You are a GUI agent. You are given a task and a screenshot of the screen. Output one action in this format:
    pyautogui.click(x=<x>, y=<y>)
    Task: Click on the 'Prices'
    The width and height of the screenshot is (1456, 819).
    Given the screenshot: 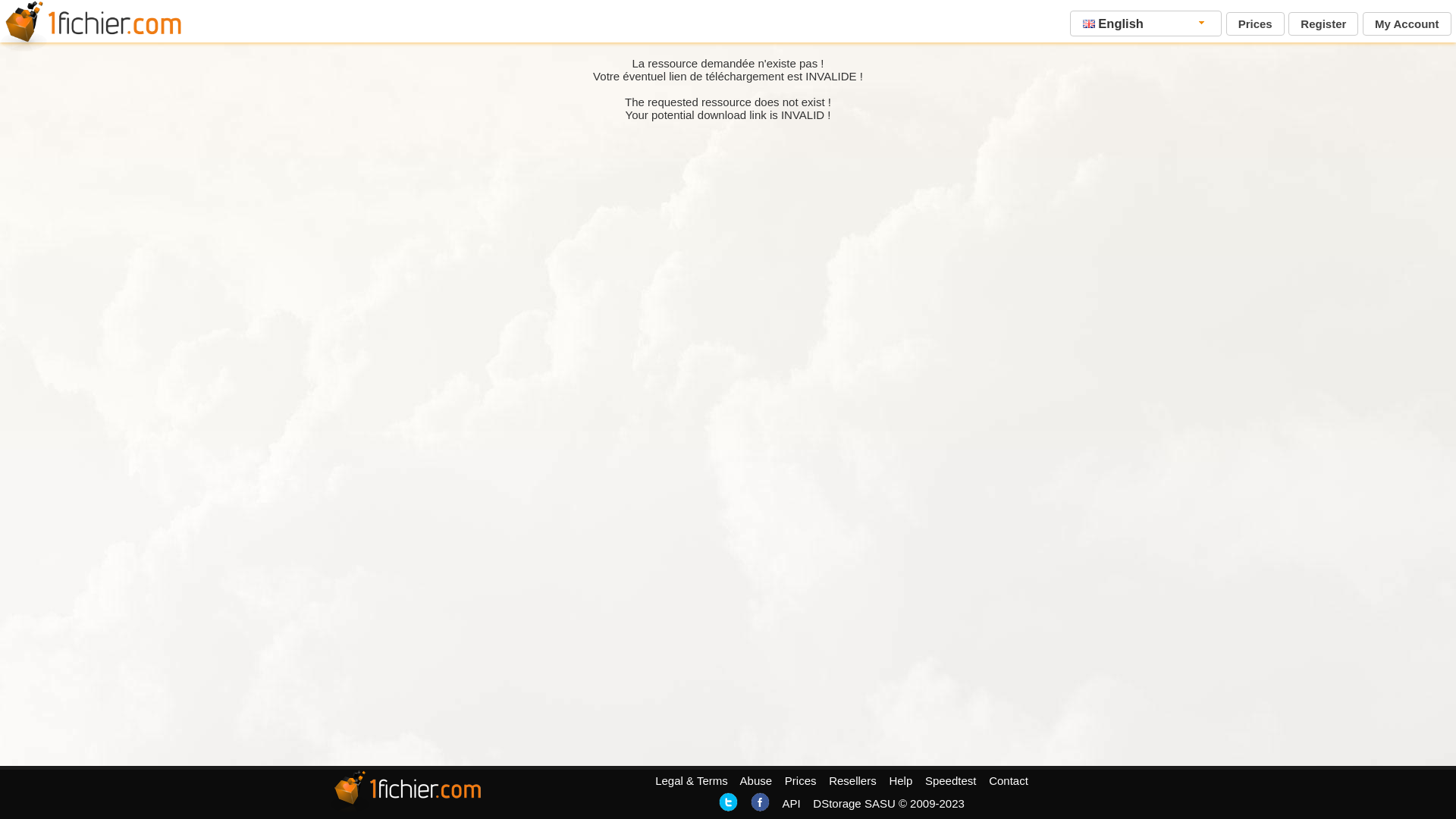 What is the action you would take?
    pyautogui.click(x=1226, y=24)
    